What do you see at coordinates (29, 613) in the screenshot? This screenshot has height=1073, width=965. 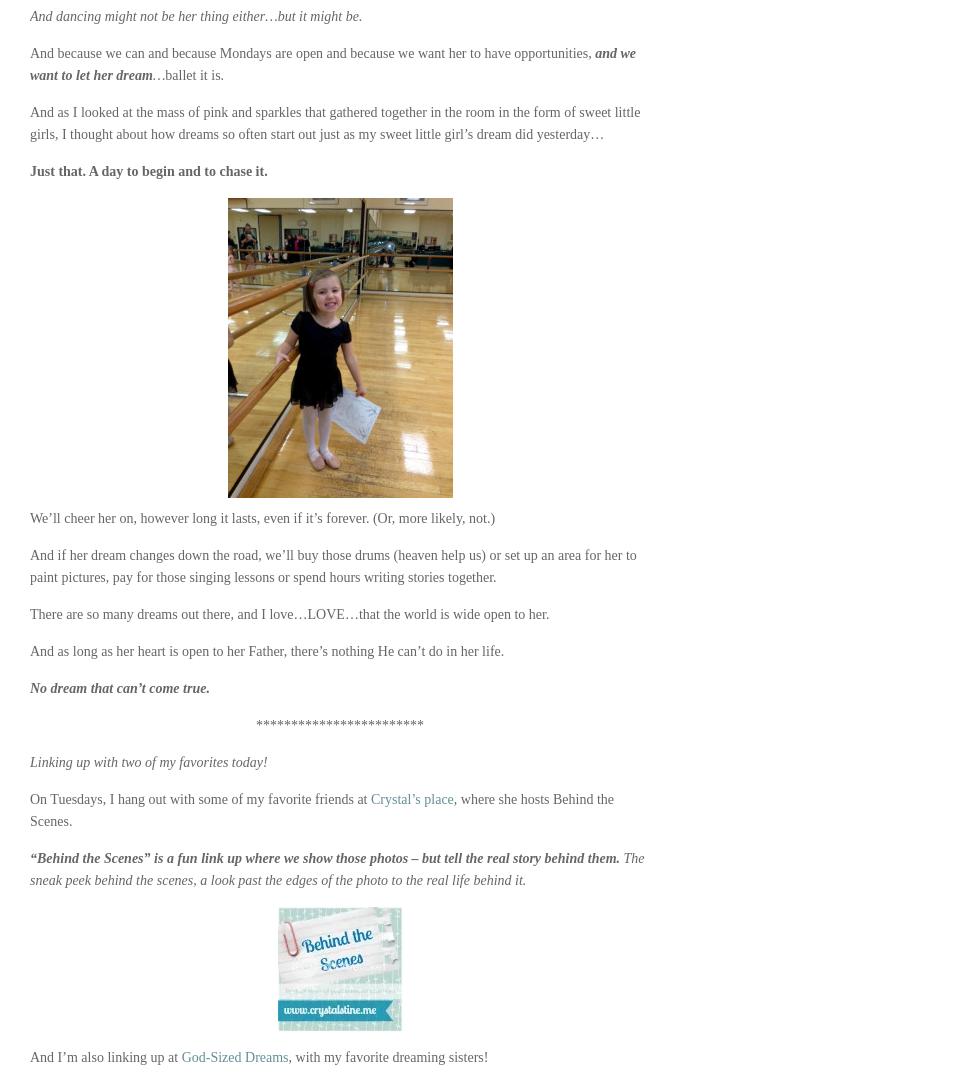 I see `'There are so many dreams out there, and I love…LOVE…that the world is wide open to her.'` at bounding box center [29, 613].